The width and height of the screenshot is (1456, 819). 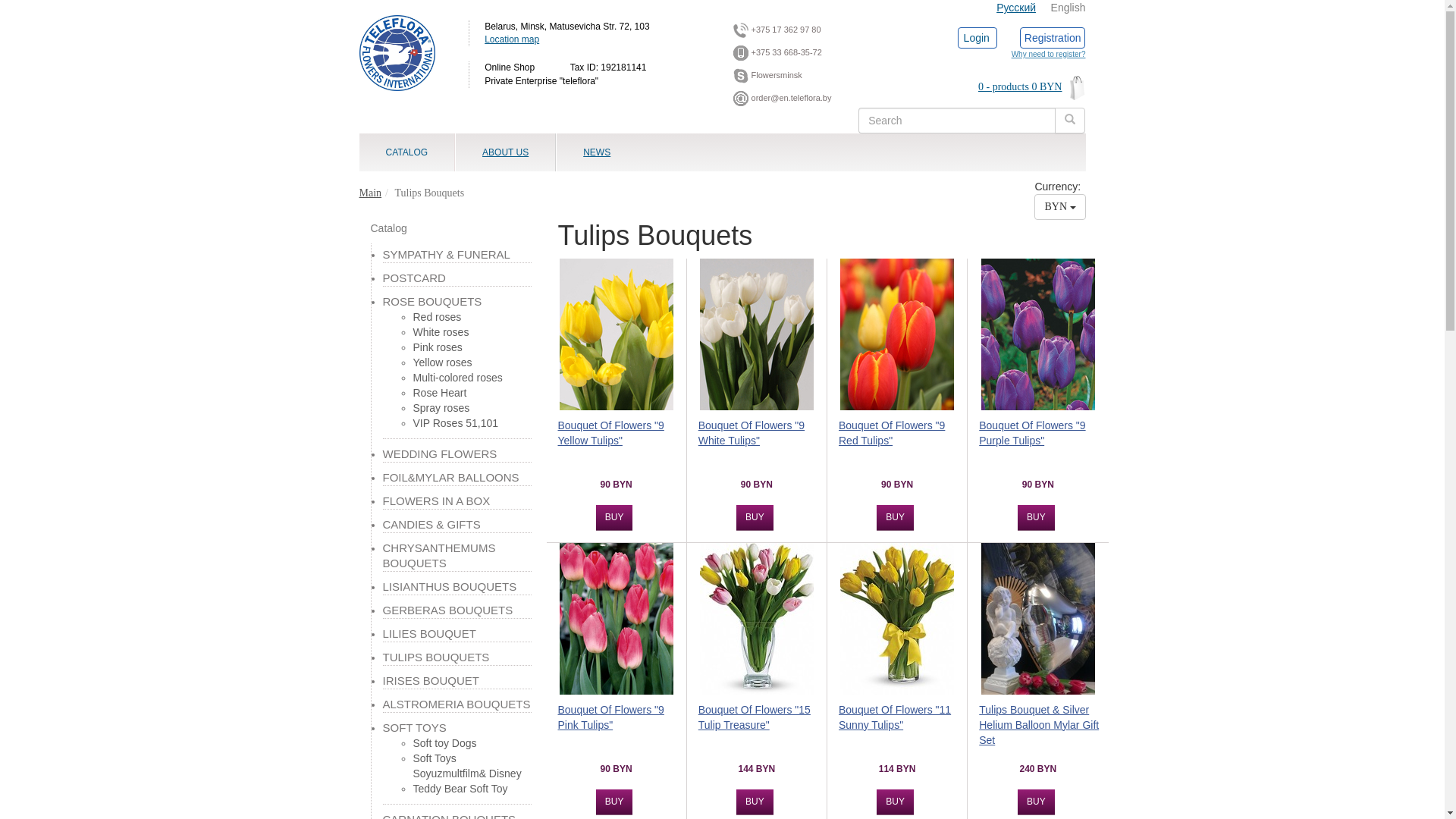 What do you see at coordinates (407, 152) in the screenshot?
I see `'CATALOG'` at bounding box center [407, 152].